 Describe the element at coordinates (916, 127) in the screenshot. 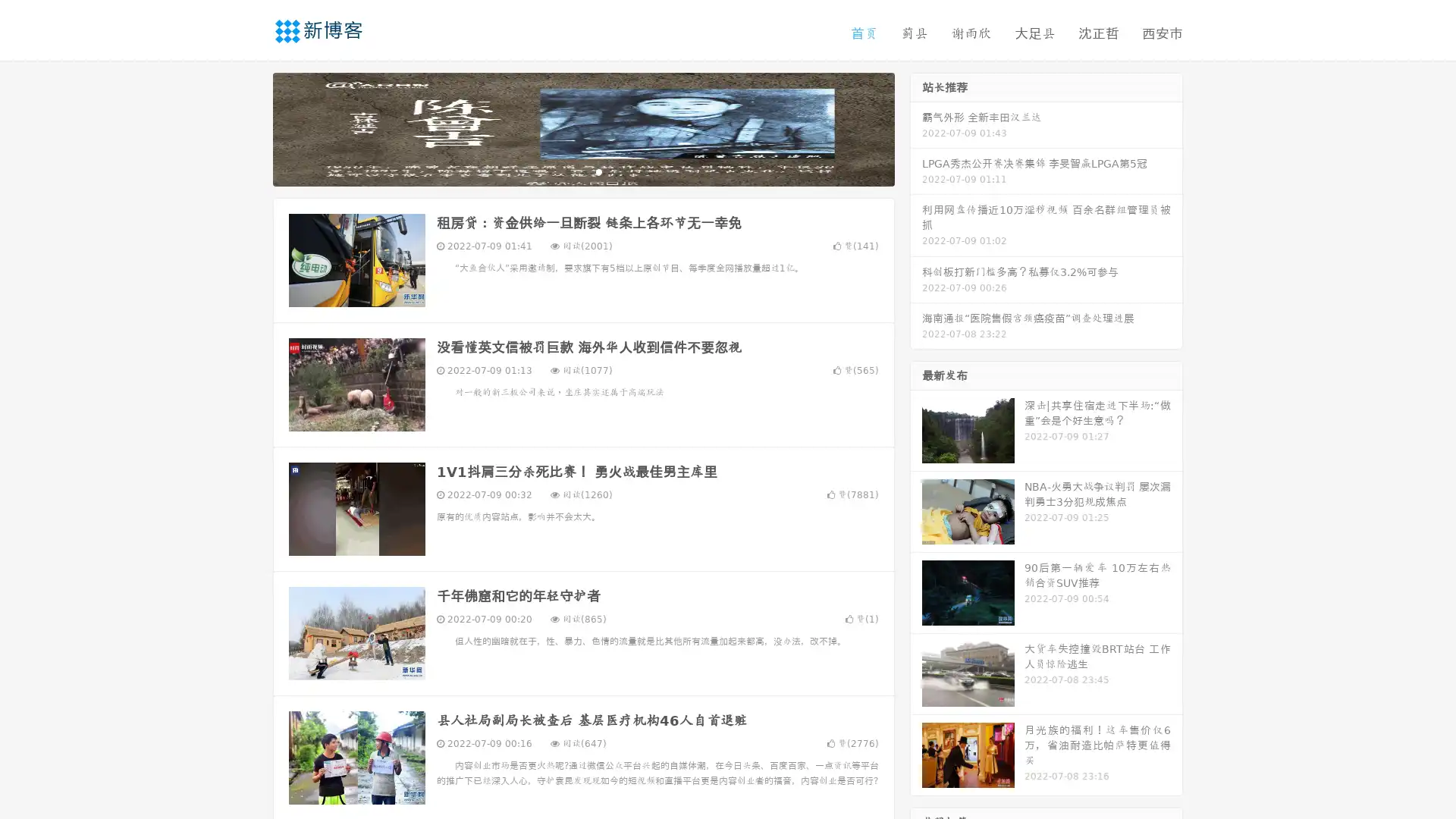

I see `Next slide` at that location.